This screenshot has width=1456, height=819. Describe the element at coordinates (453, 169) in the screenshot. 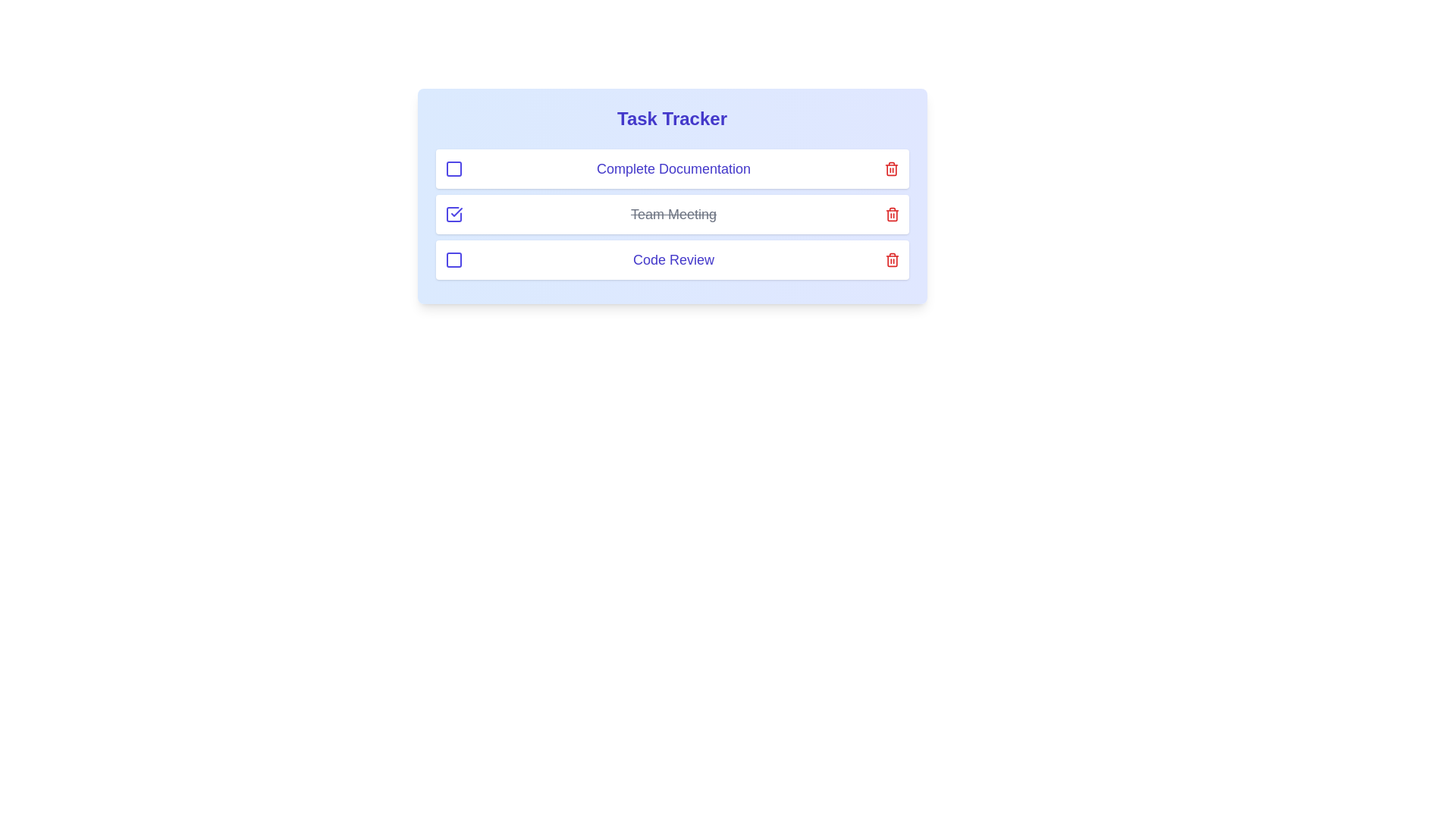

I see `the checkbox located` at that location.